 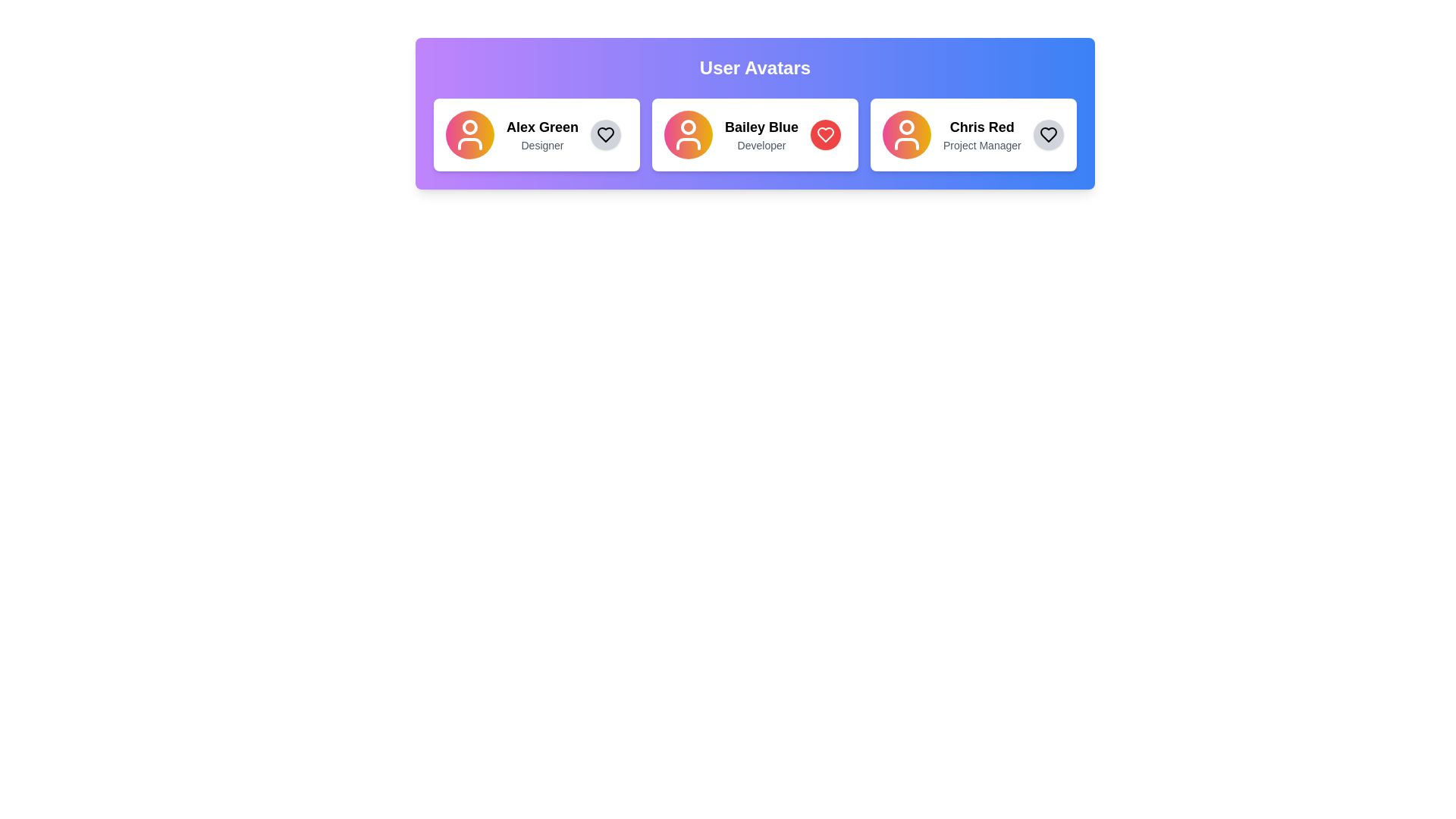 I want to click on the heart icon within the circular button on the 'Bailey Blue' user card to mark it as a favorite, so click(x=825, y=133).